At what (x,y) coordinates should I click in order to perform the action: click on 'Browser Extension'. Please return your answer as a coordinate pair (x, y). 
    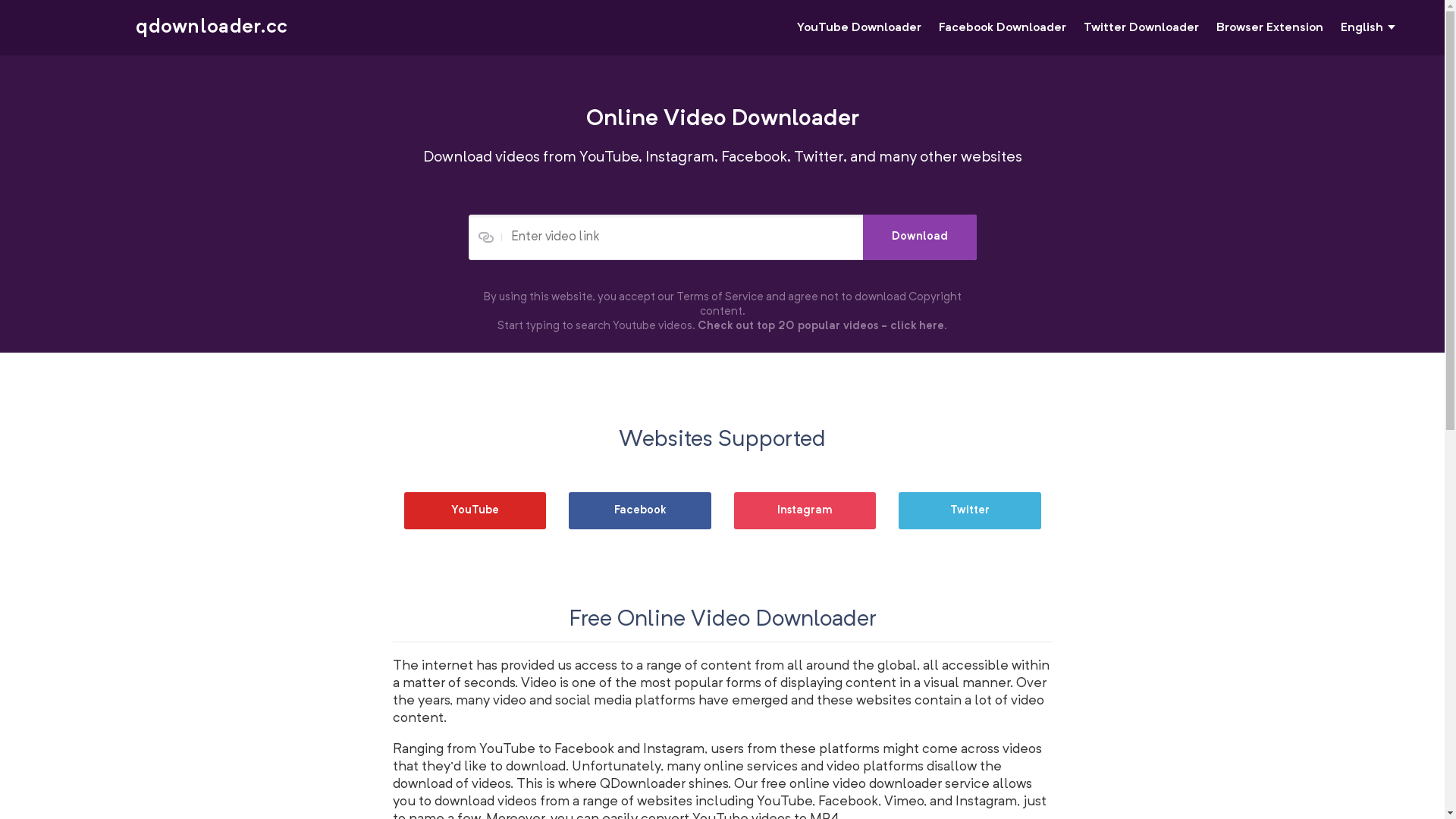
    Looking at the image, I should click on (1269, 28).